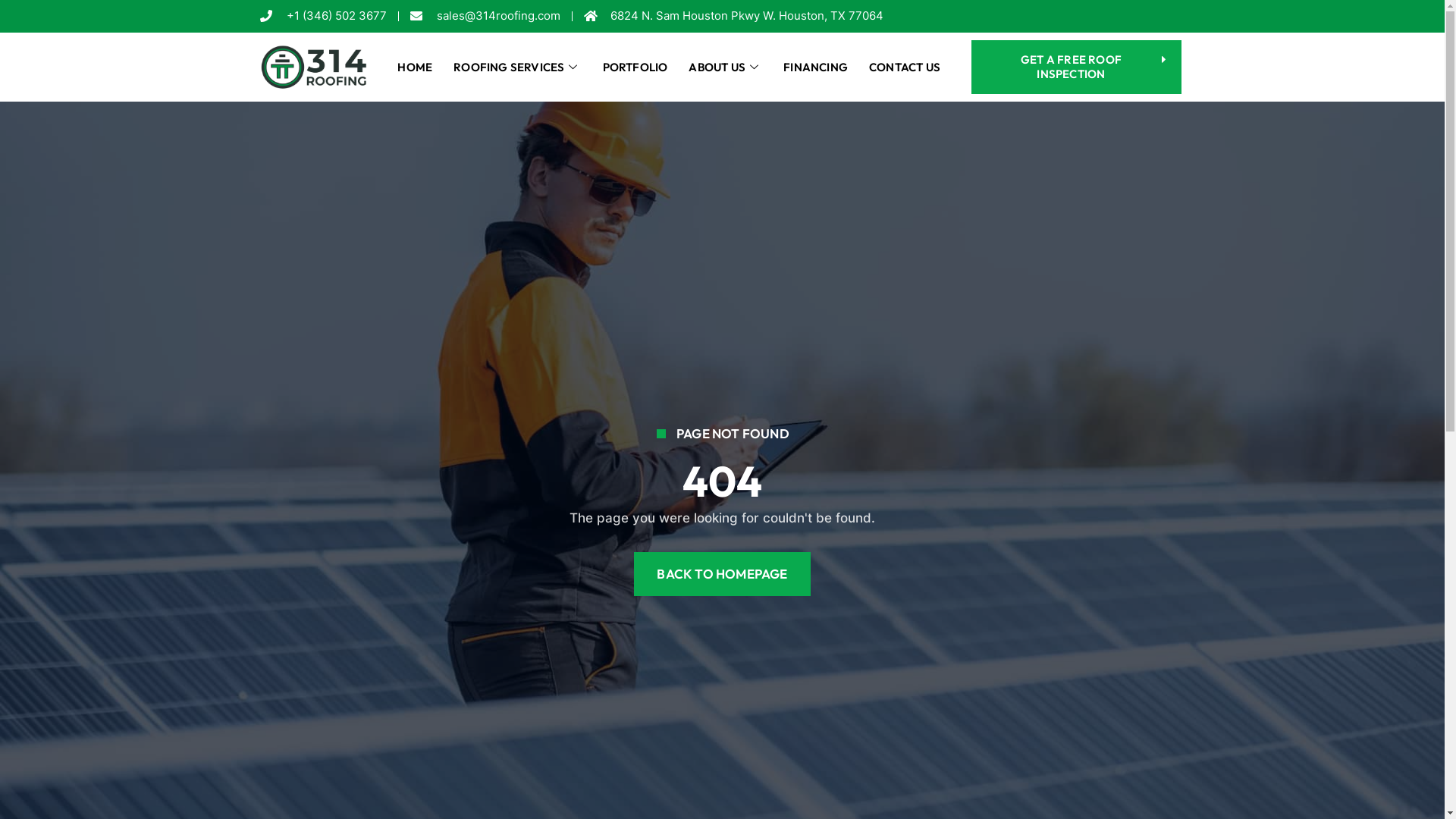 This screenshot has width=1456, height=819. What do you see at coordinates (483, 16) in the screenshot?
I see `'sales@314roofing.com'` at bounding box center [483, 16].